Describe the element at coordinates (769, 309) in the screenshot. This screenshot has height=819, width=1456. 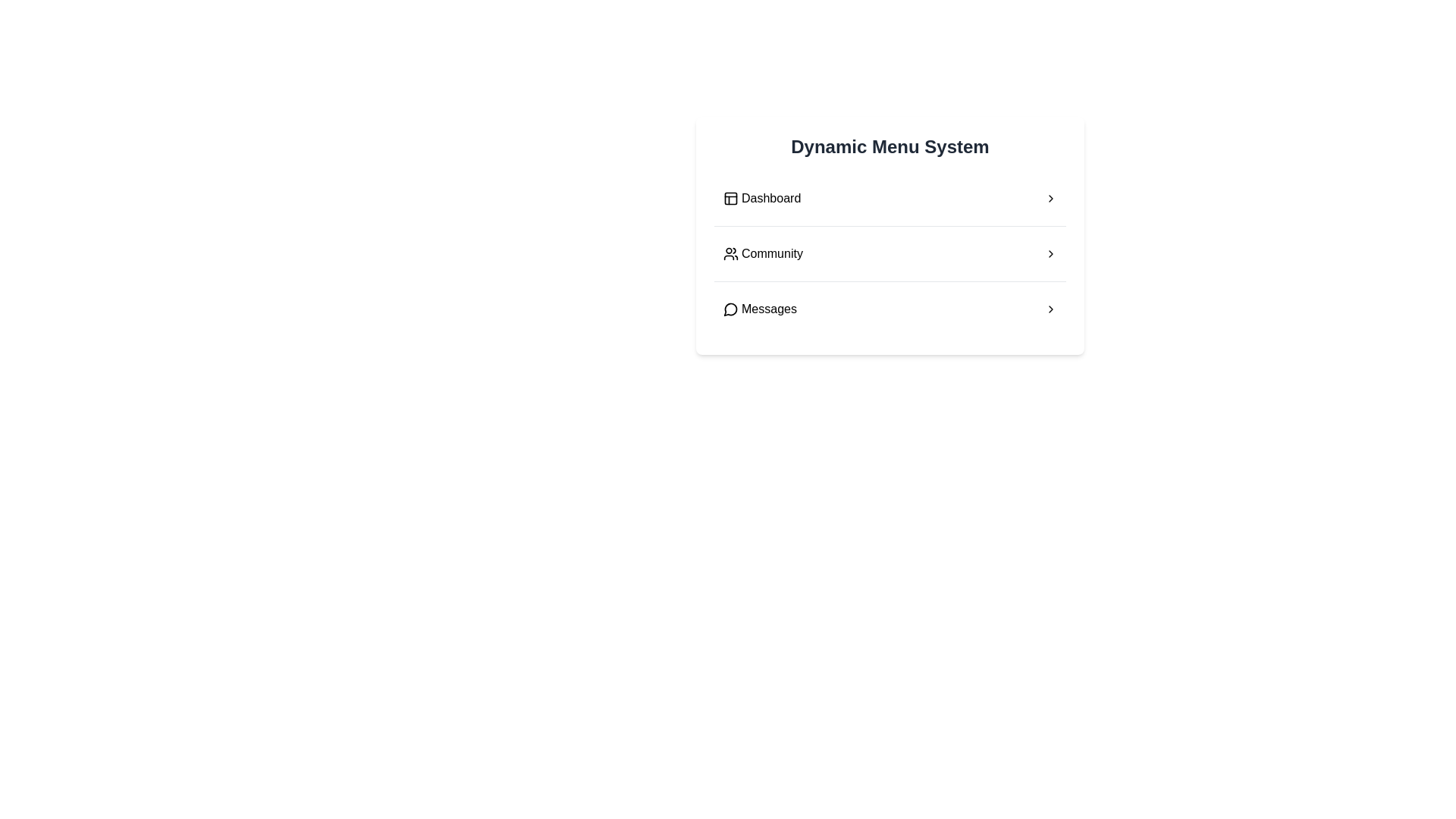
I see `text label 'Messages' located in the third item of a vertical menu, aligned with a speech bubble icon` at that location.